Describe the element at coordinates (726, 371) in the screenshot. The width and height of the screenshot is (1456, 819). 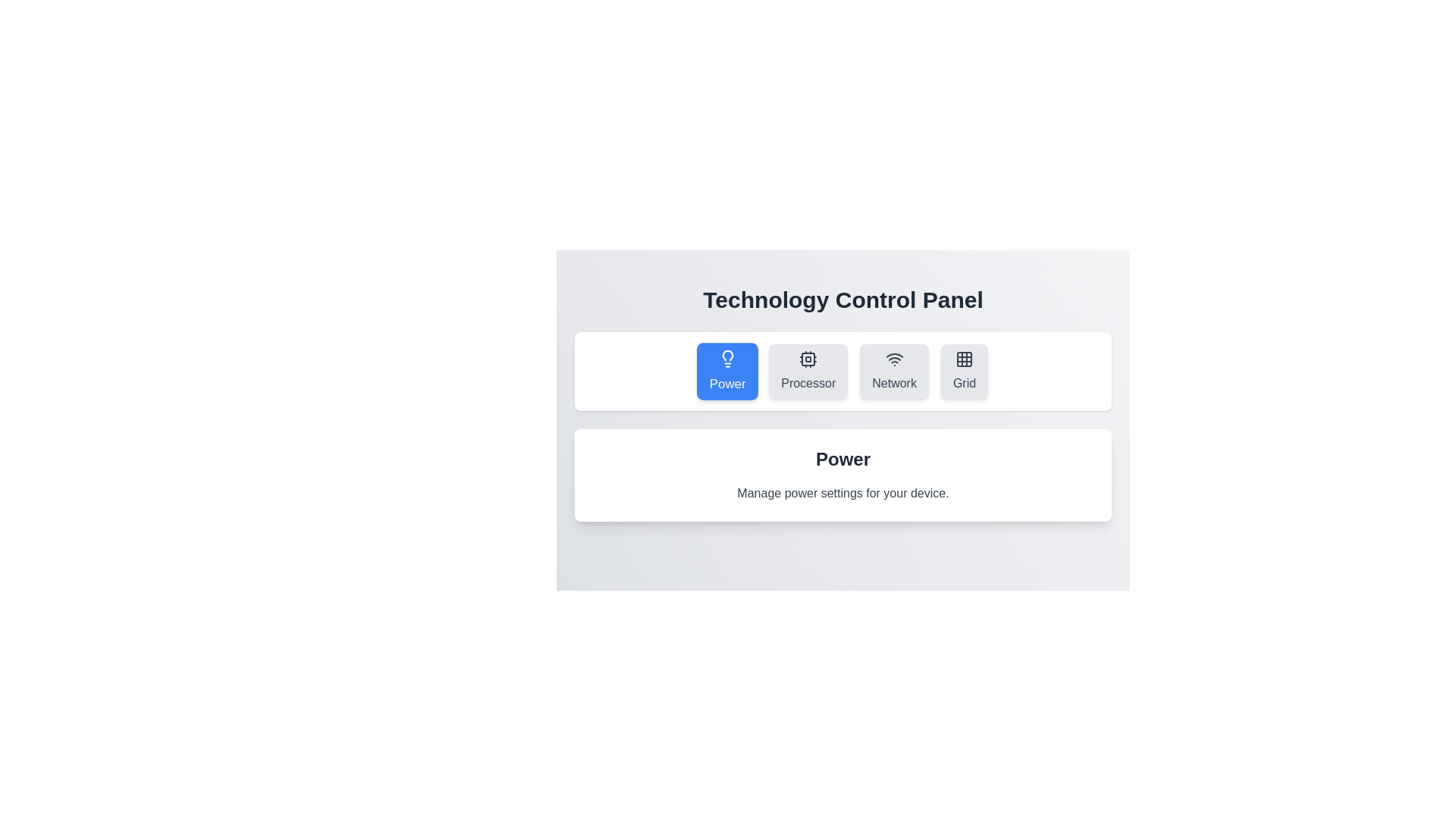
I see `the Power tab in the TechControlPanel` at that location.